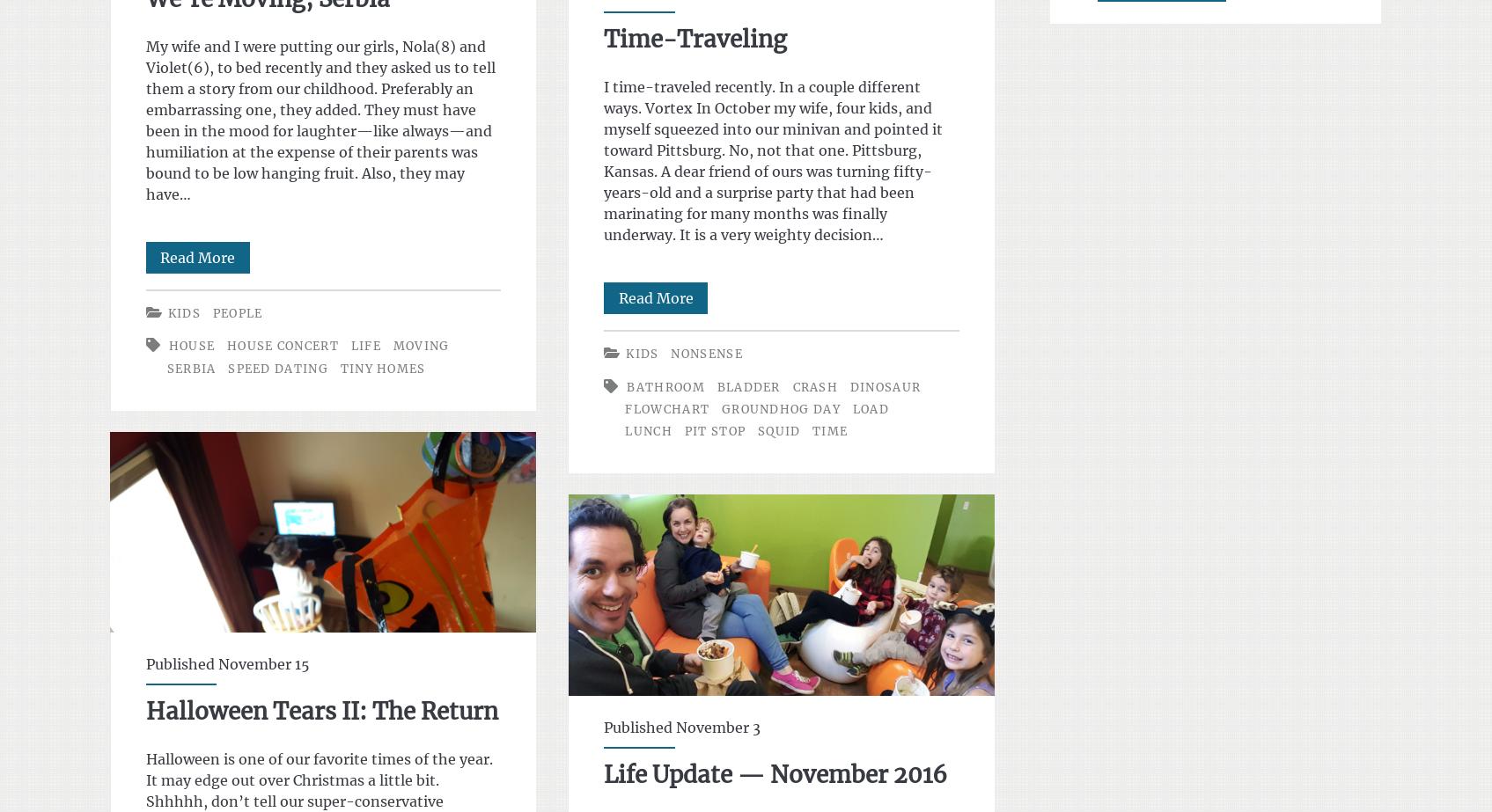 The height and width of the screenshot is (812, 1492). I want to click on 'My wife and I were putting our girls, Nola(8) and Violet(6), to bed recently and they asked us to tell them a story from our childhood. Preferably an embarrassing one, they added. They must have been in the mood for laughter—like always—and humiliation at the expense of their parents was bound to be low hanging fruit. Also, they may have…', so click(319, 120).